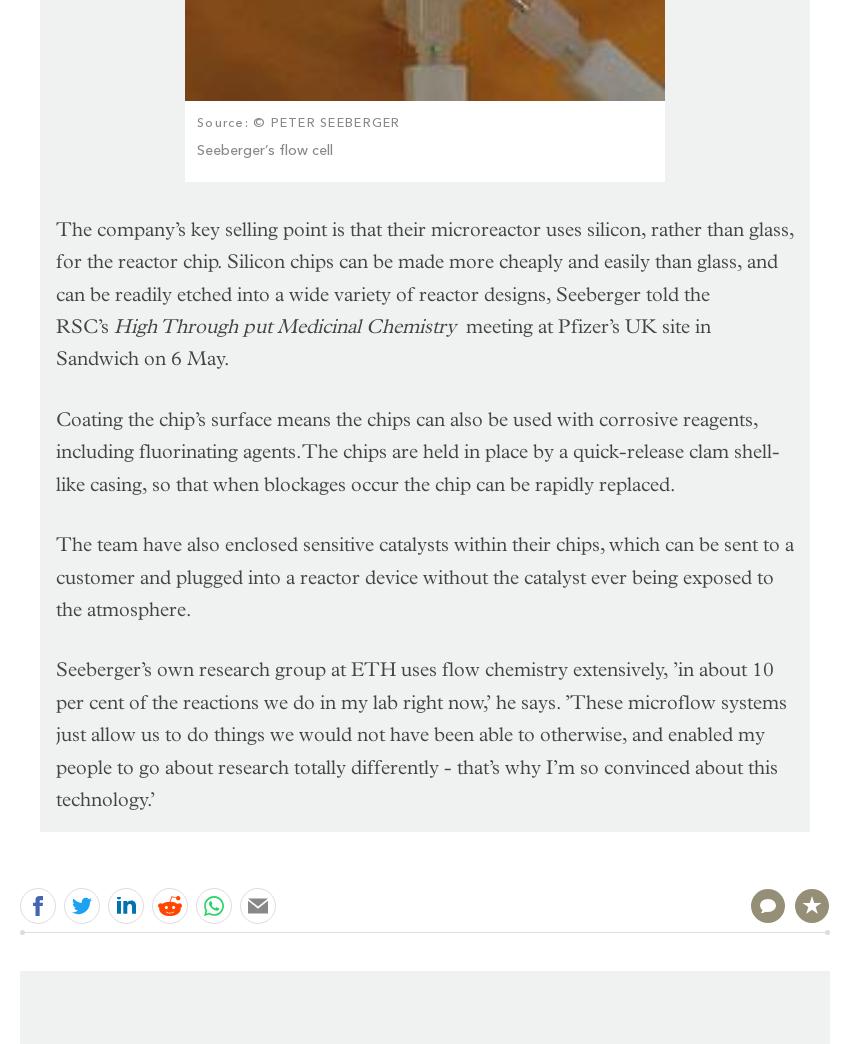 This screenshot has height=1044, width=850. I want to click on 'Coating the chip’s surface means the chips can also be used with corrosive reagents, including fluorinating agents. The chips are held in place by a quick-release clam shell-like casing, so that when blockages occur the chip can be rapidly replaced.', so click(418, 450).